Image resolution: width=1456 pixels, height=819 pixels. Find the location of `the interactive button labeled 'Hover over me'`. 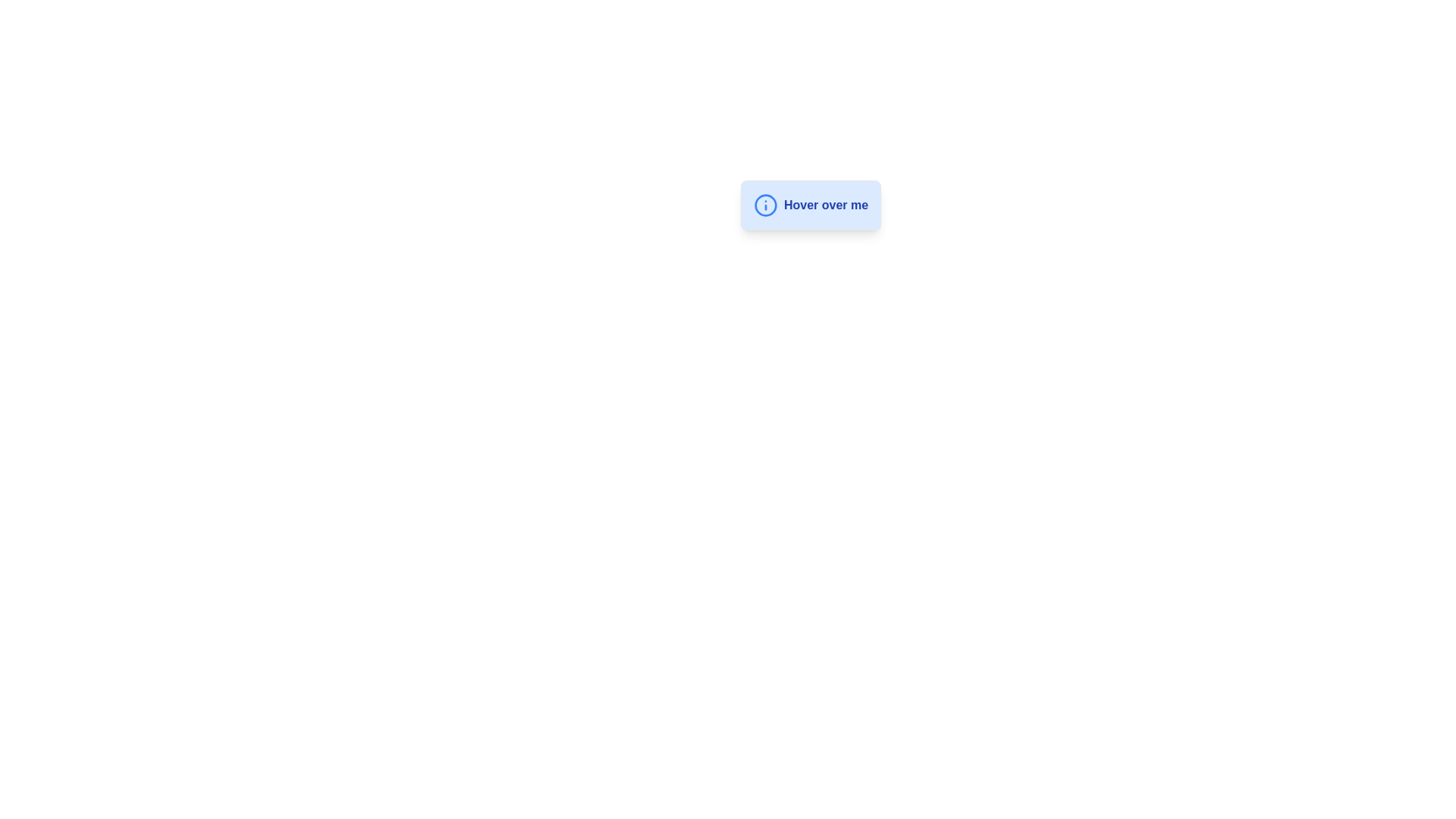

the interactive button labeled 'Hover over me' is located at coordinates (810, 205).